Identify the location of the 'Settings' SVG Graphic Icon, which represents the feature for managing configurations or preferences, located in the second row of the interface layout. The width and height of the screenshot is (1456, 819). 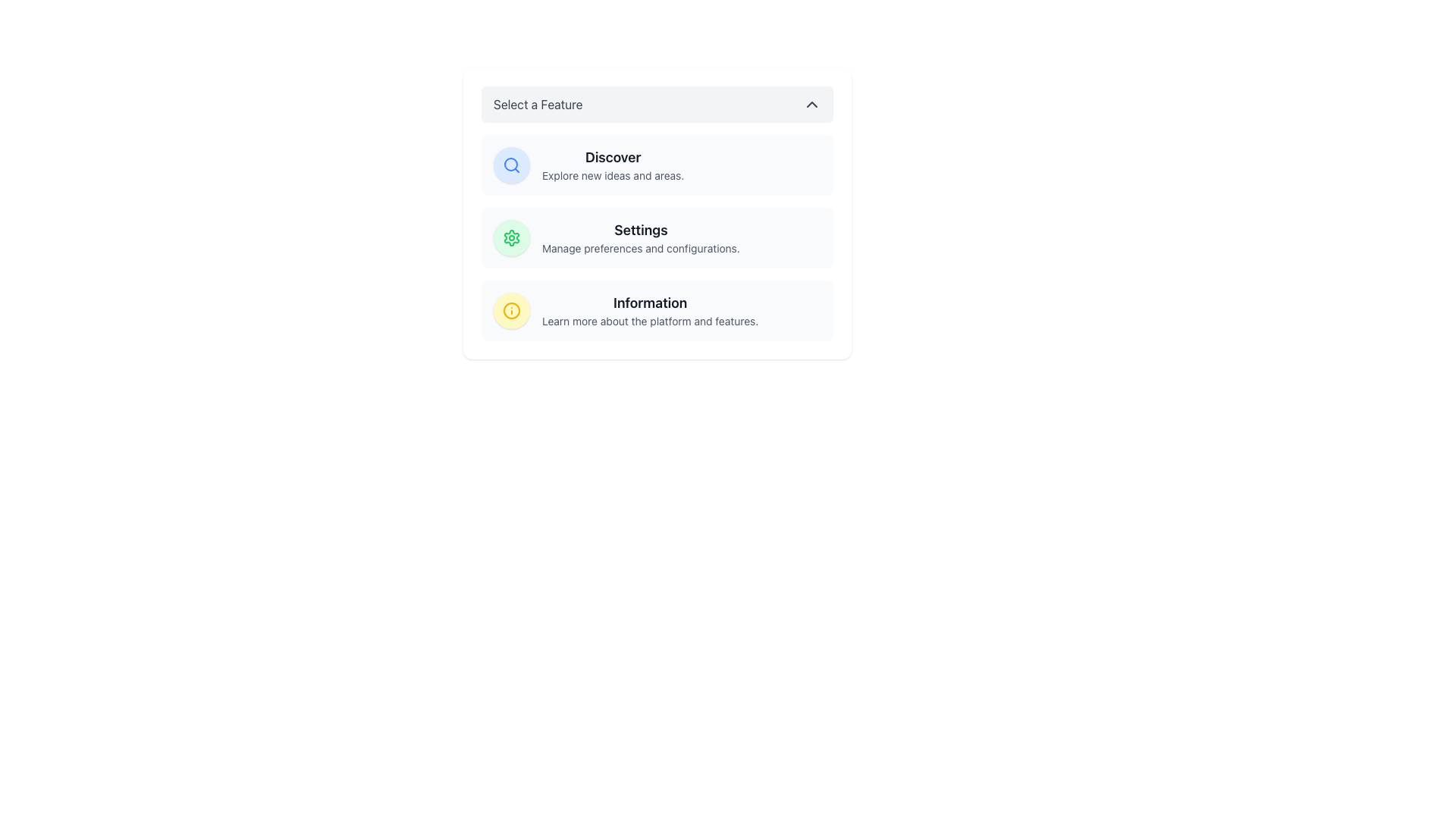
(512, 237).